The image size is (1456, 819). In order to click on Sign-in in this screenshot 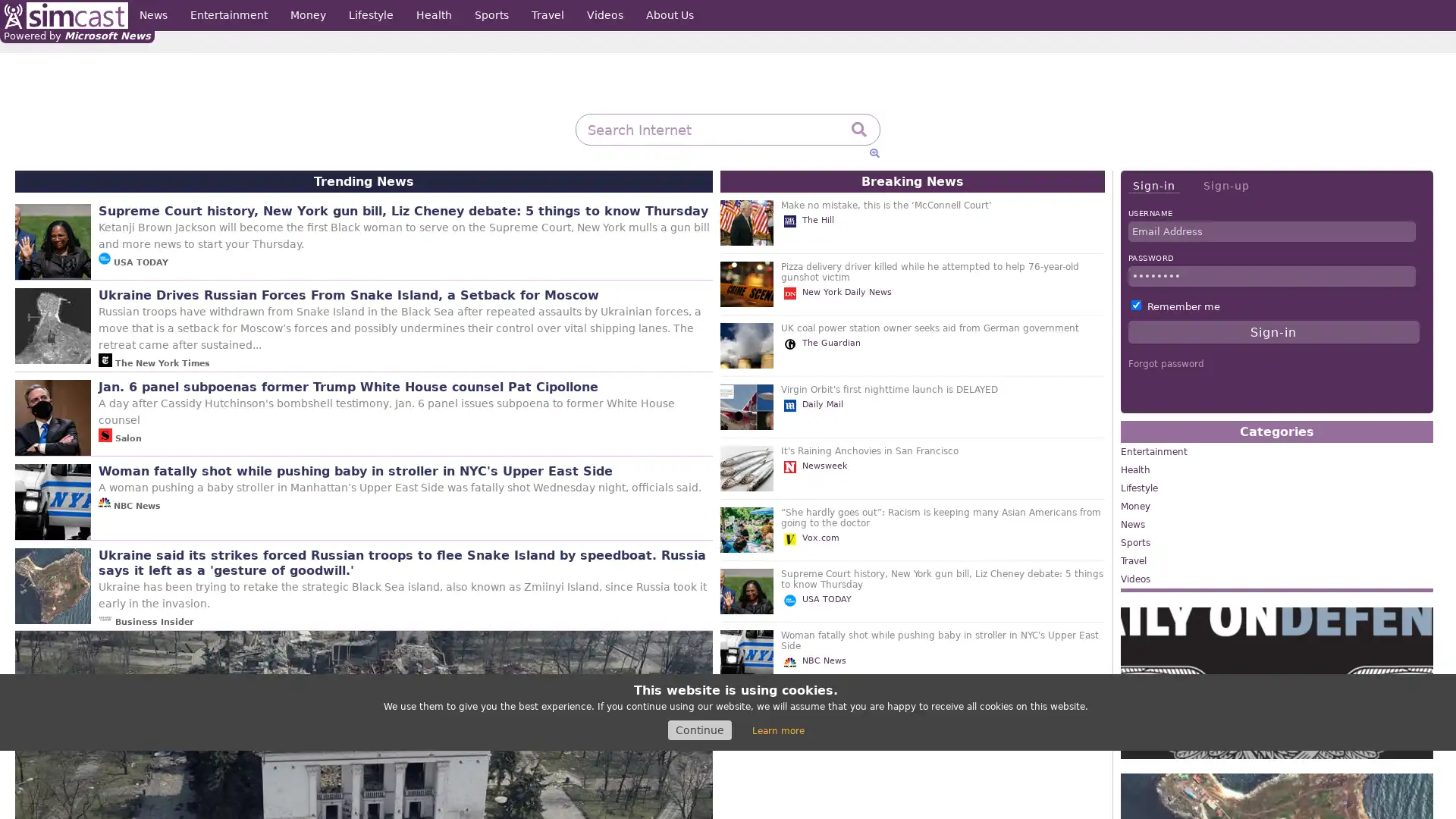, I will do `click(1153, 185)`.